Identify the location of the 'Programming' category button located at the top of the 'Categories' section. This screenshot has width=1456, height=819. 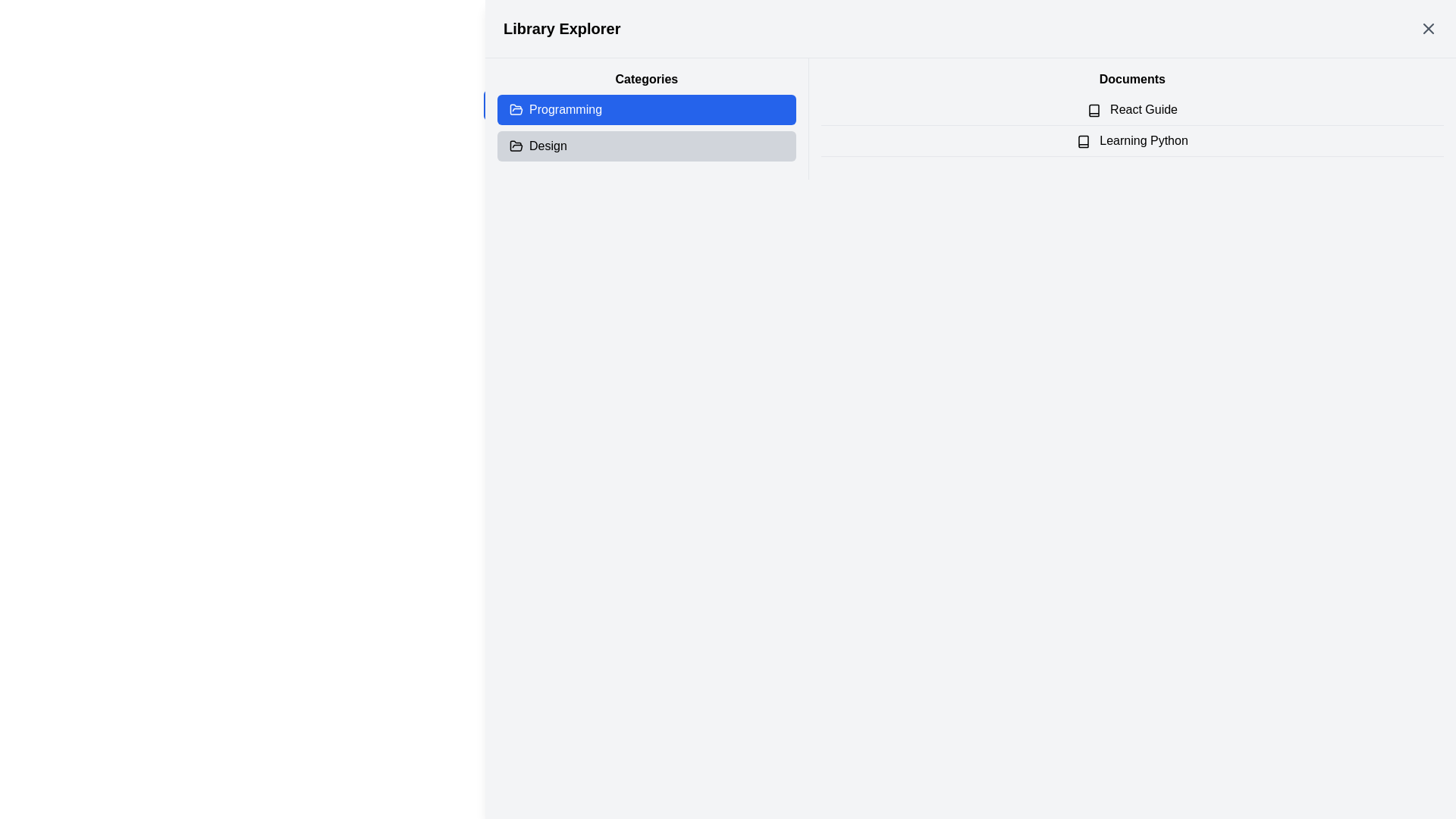
(646, 109).